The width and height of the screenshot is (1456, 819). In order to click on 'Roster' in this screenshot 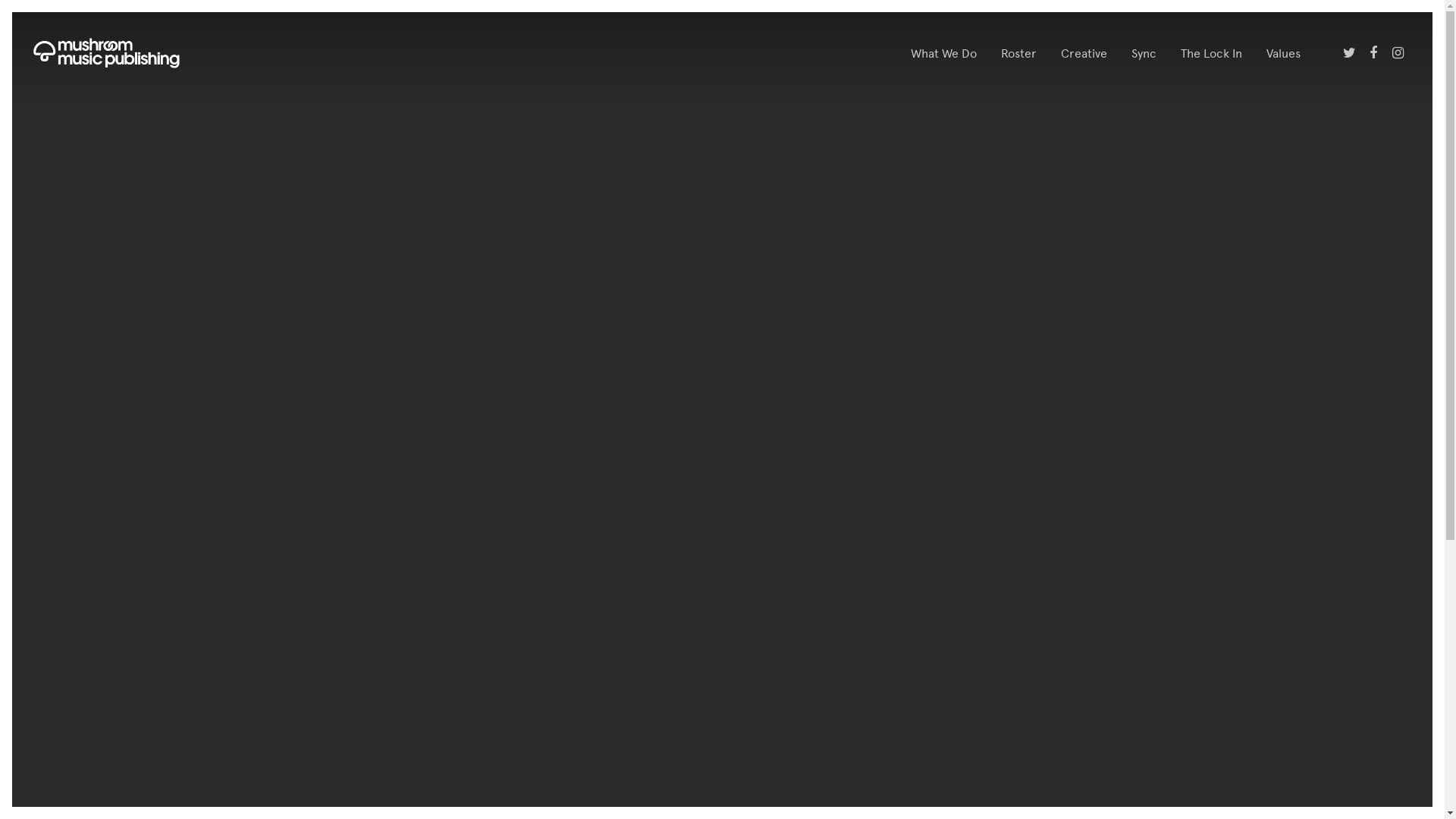, I will do `click(1018, 52)`.